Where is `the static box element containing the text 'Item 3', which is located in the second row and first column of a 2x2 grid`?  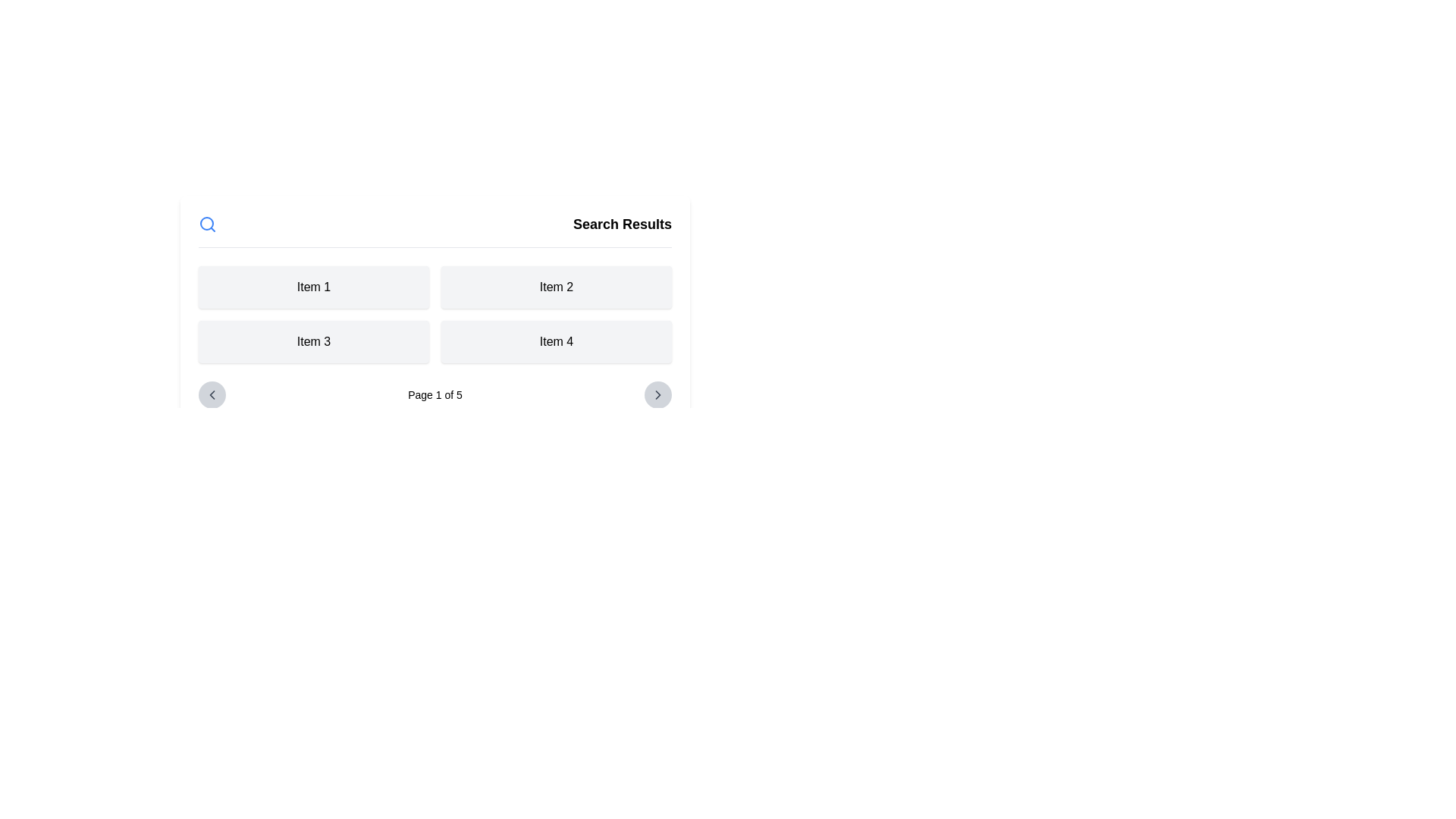
the static box element containing the text 'Item 3', which is located in the second row and first column of a 2x2 grid is located at coordinates (312, 342).